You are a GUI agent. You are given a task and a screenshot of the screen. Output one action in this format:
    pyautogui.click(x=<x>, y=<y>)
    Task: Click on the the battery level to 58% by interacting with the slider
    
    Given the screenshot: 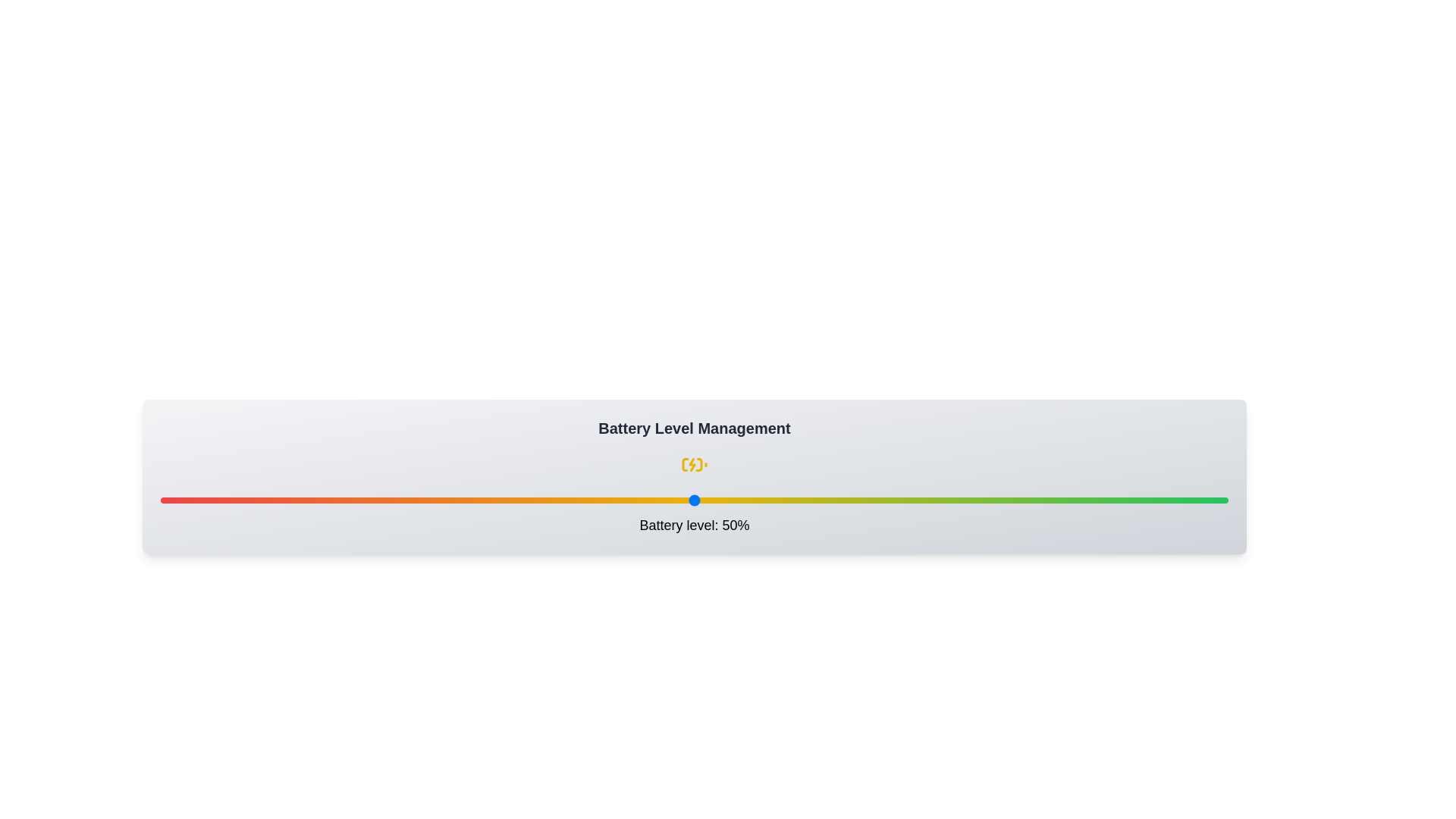 What is the action you would take?
    pyautogui.click(x=780, y=500)
    